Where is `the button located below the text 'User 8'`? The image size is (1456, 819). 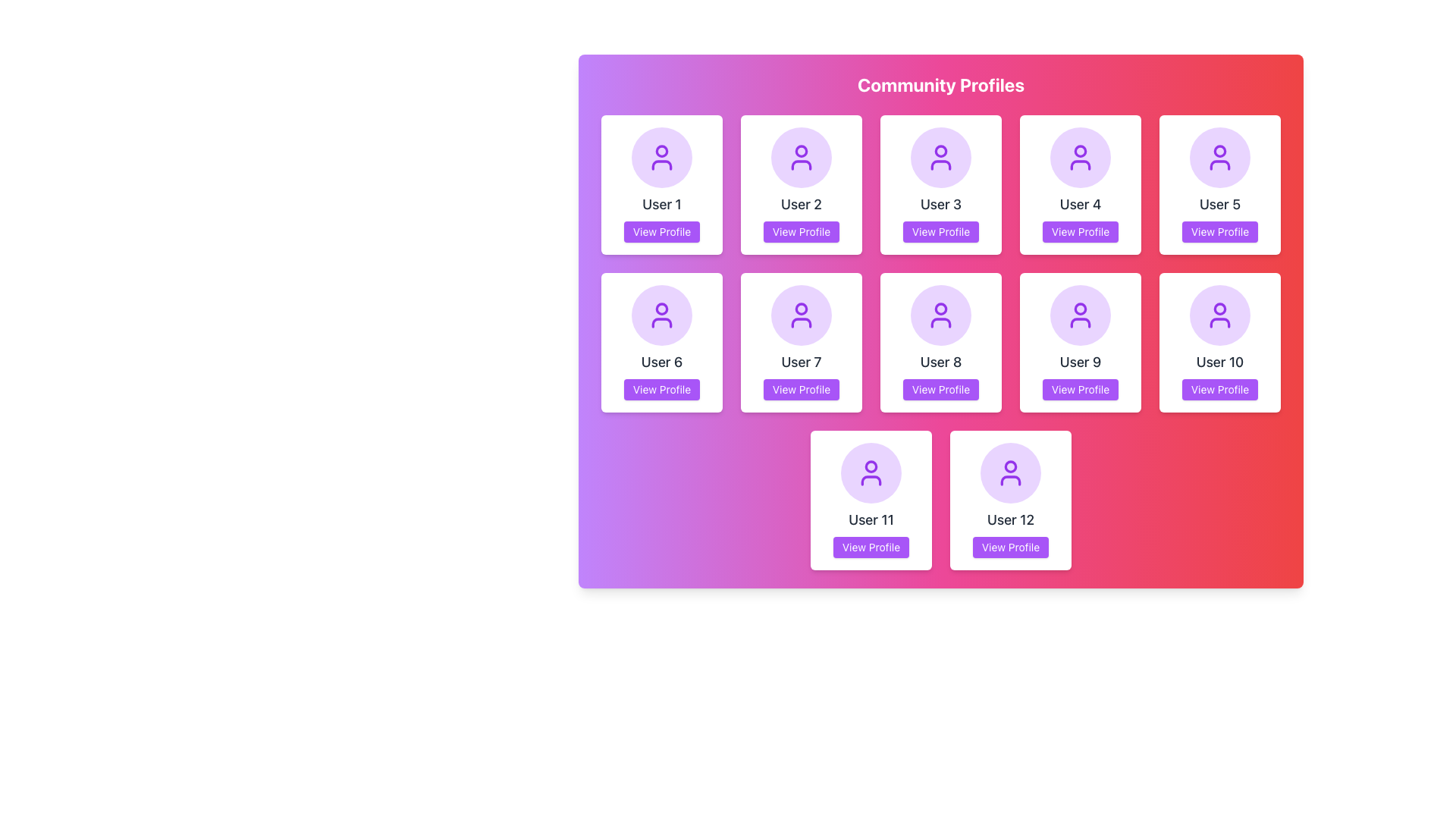 the button located below the text 'User 8' is located at coordinates (940, 388).